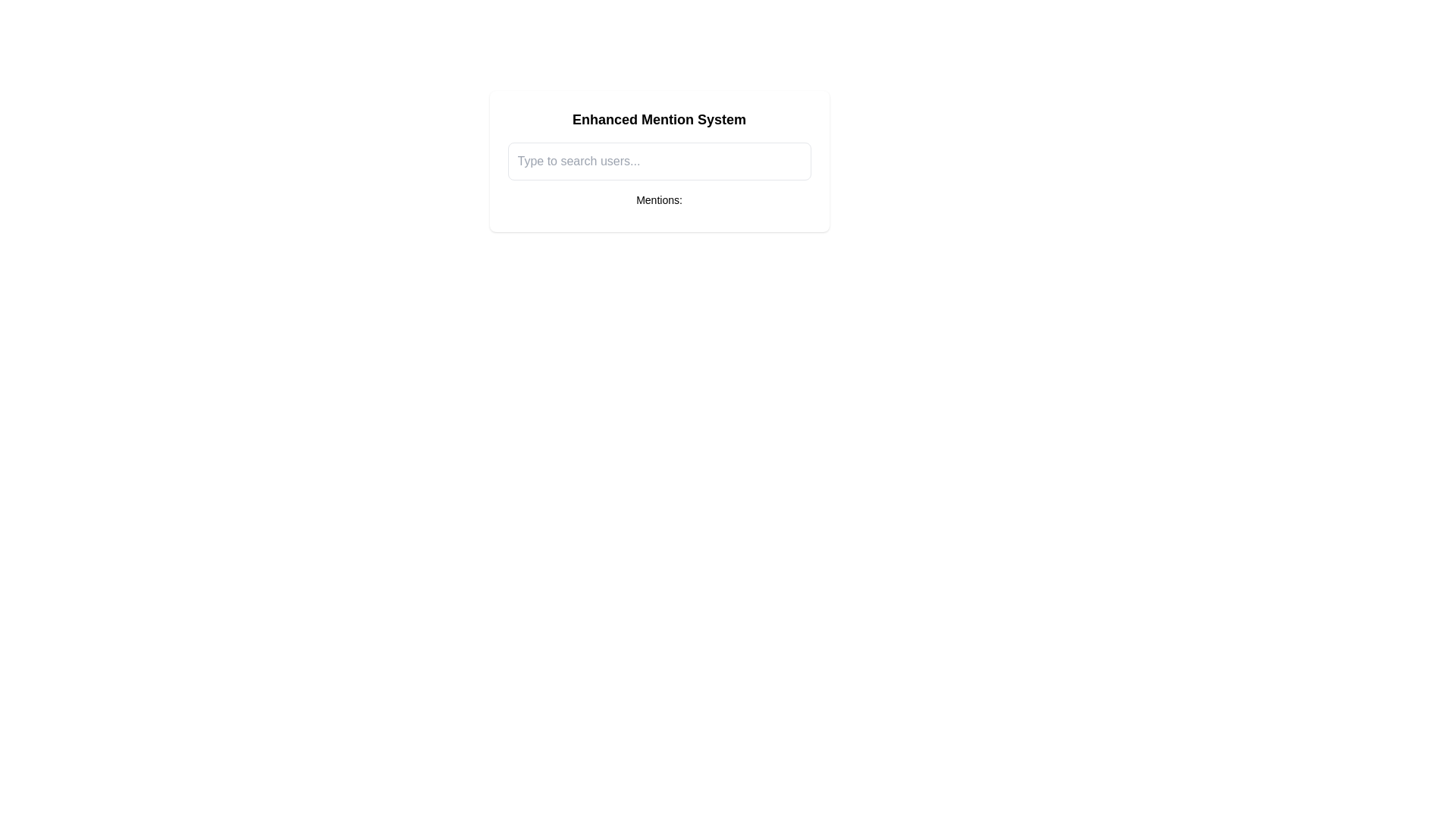 The height and width of the screenshot is (819, 1456). I want to click on the 'Mentions' Text Label, which is positioned directly below the search input field and follows the title 'Enhanced Mention System', so click(659, 202).